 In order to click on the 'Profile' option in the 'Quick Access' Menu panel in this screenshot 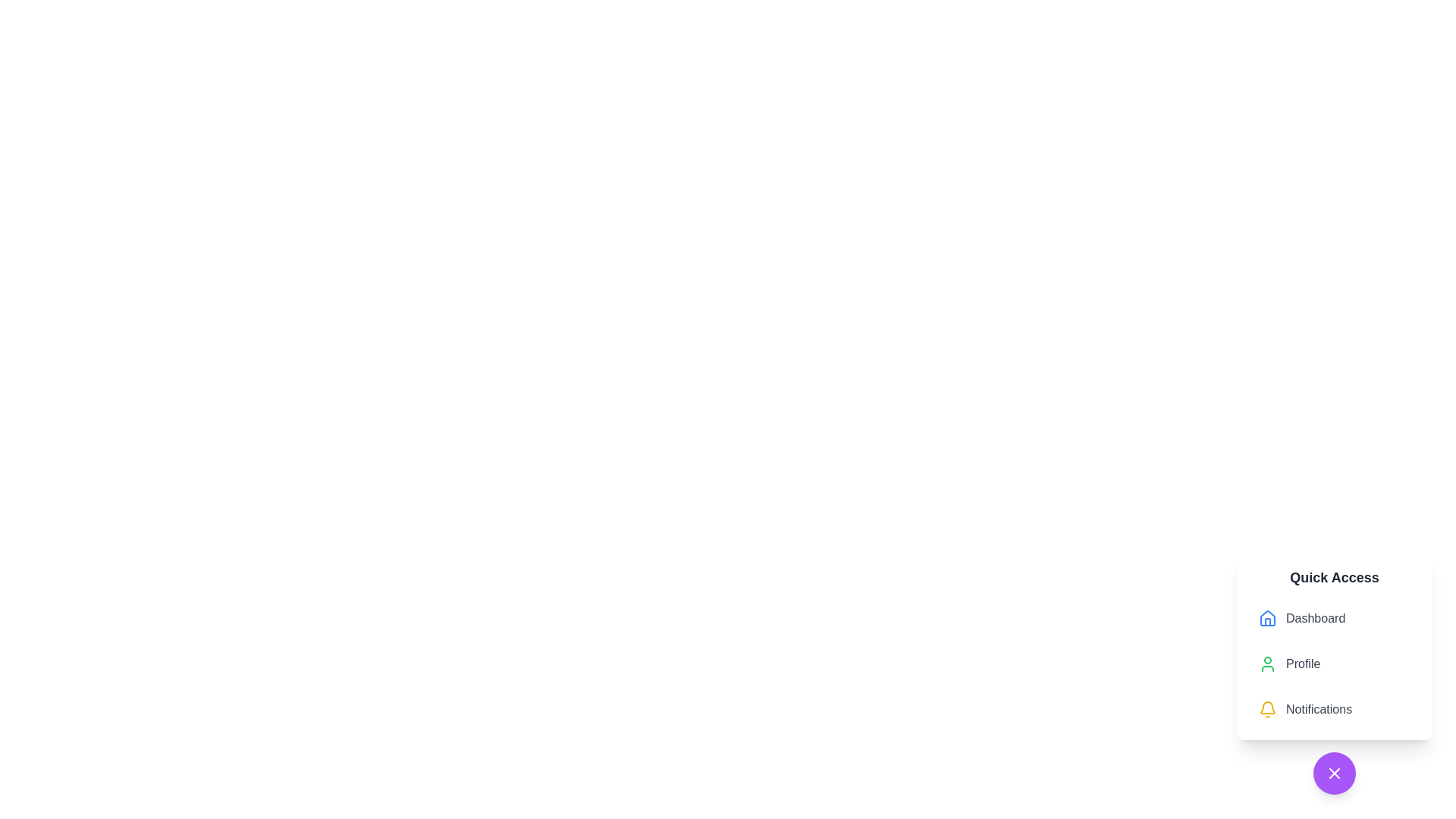, I will do `click(1335, 647)`.